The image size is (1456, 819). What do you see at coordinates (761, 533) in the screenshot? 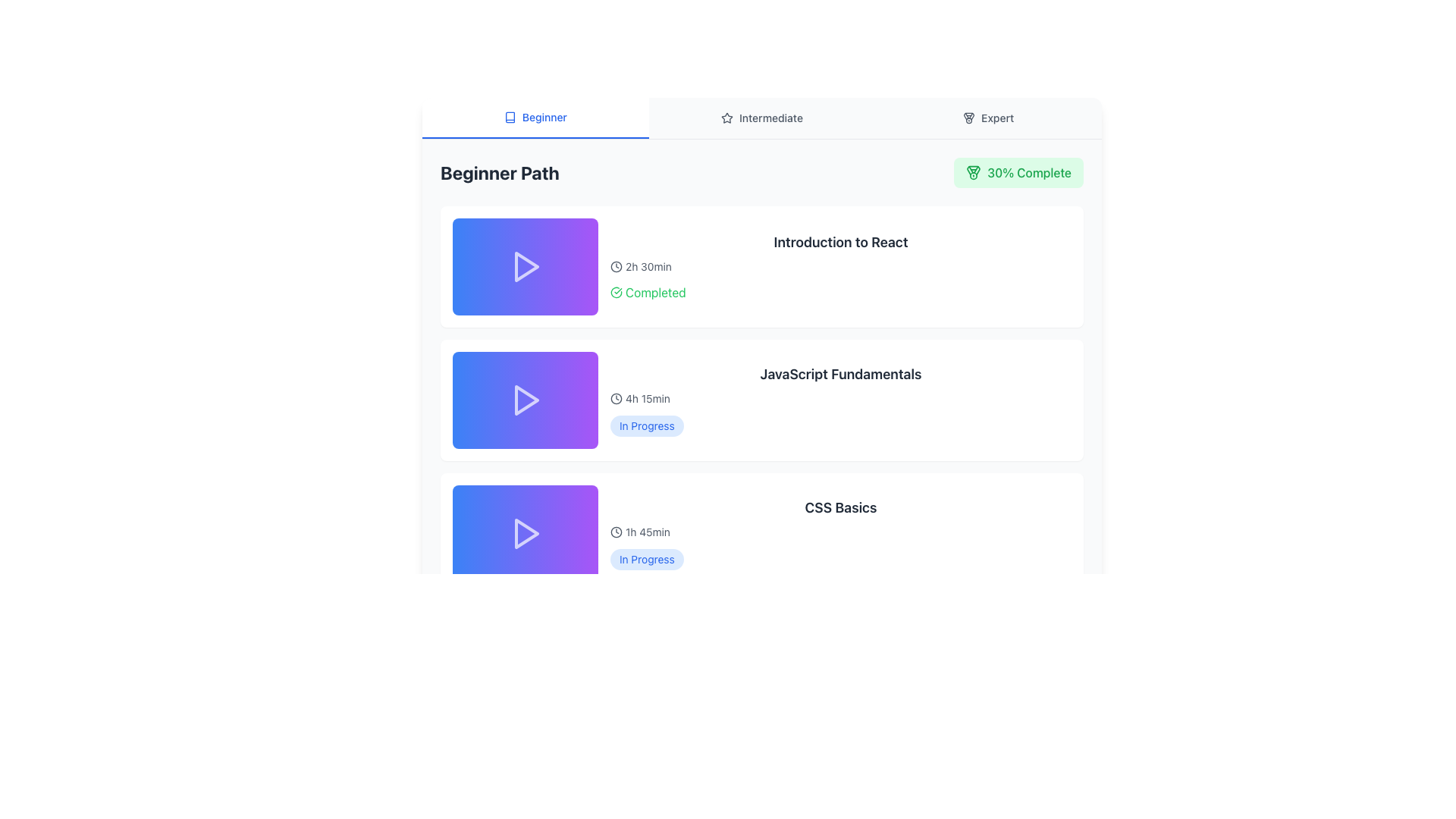
I see `the 'CSS Basics' clickable card` at bounding box center [761, 533].